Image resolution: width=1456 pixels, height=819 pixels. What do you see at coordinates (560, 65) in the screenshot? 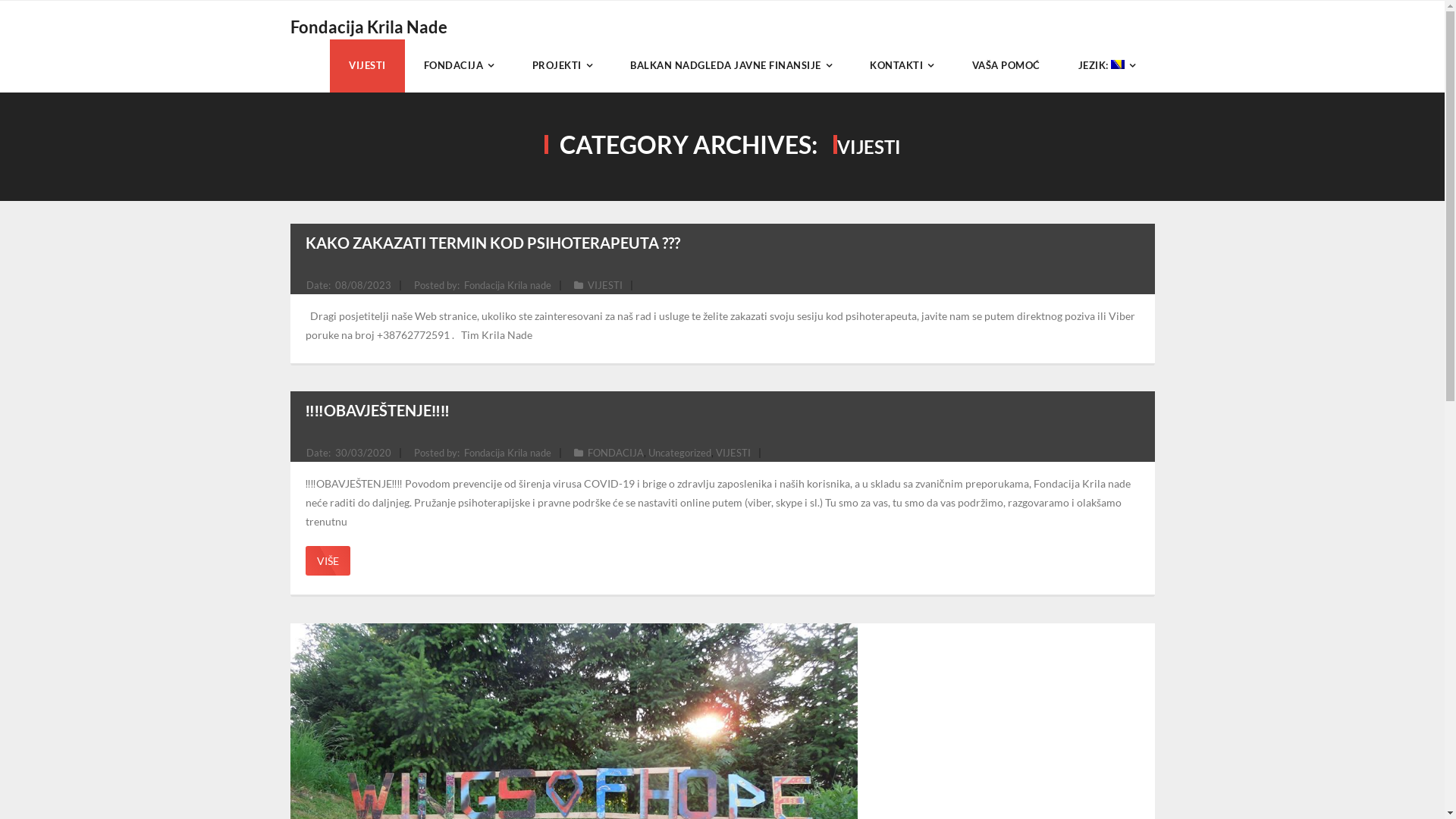
I see `'PROJEKTI'` at bounding box center [560, 65].